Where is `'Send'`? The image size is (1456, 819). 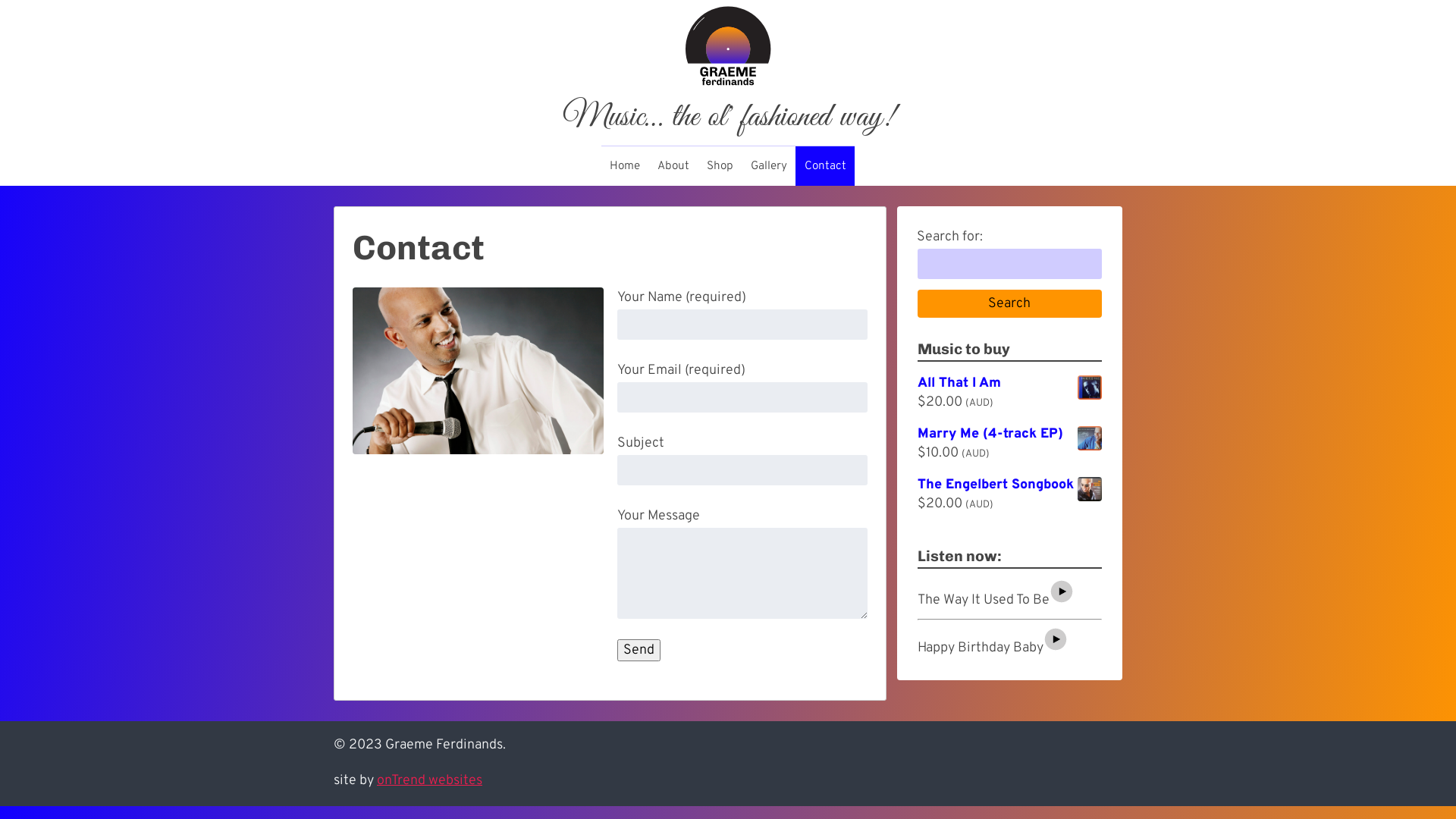 'Send' is located at coordinates (639, 648).